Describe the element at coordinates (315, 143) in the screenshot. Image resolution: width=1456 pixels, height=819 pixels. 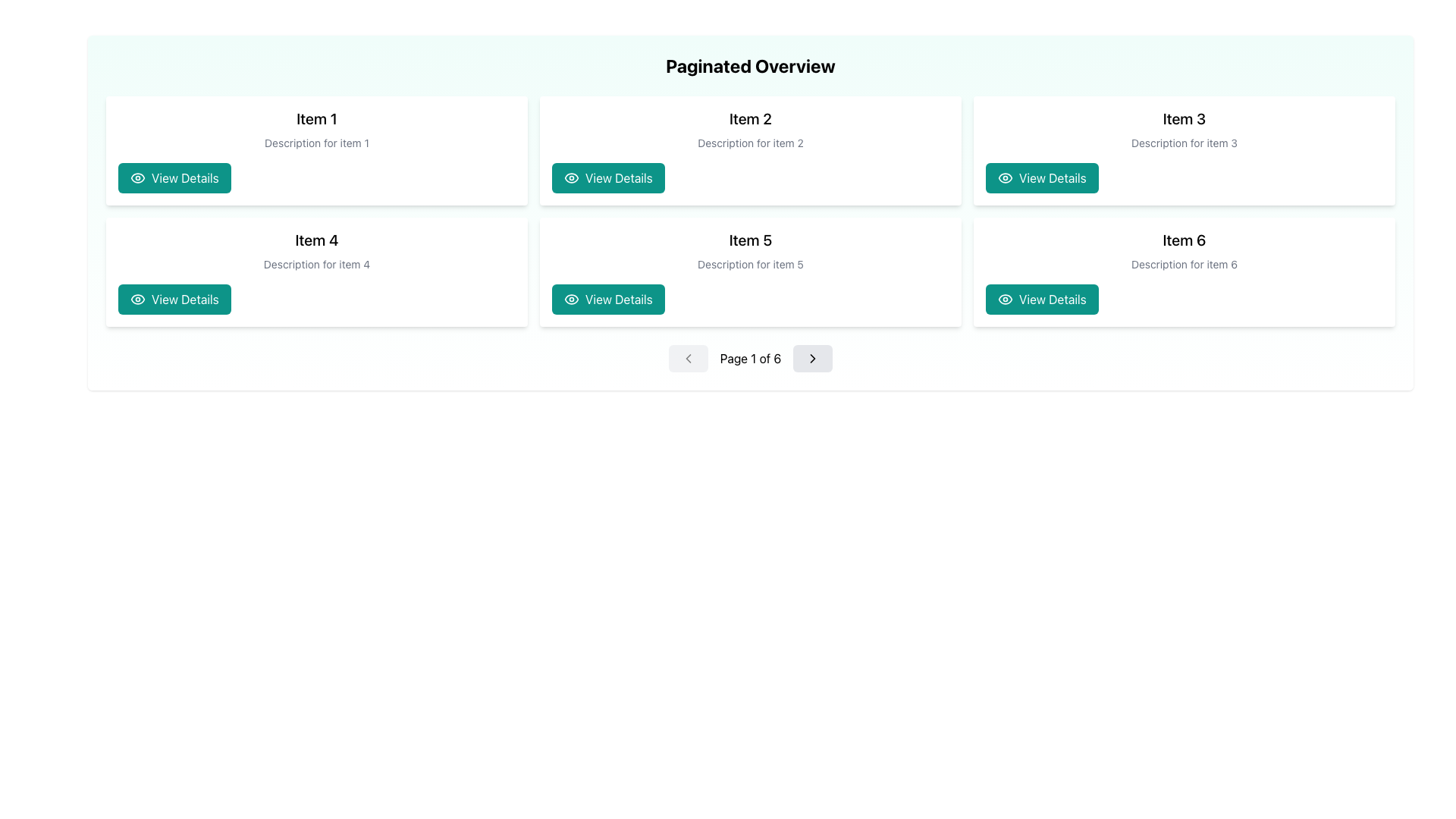
I see `the static text that provides descriptive information related to the 'Item 1' card, which is located centrally within the top-left card of a grid layout` at that location.